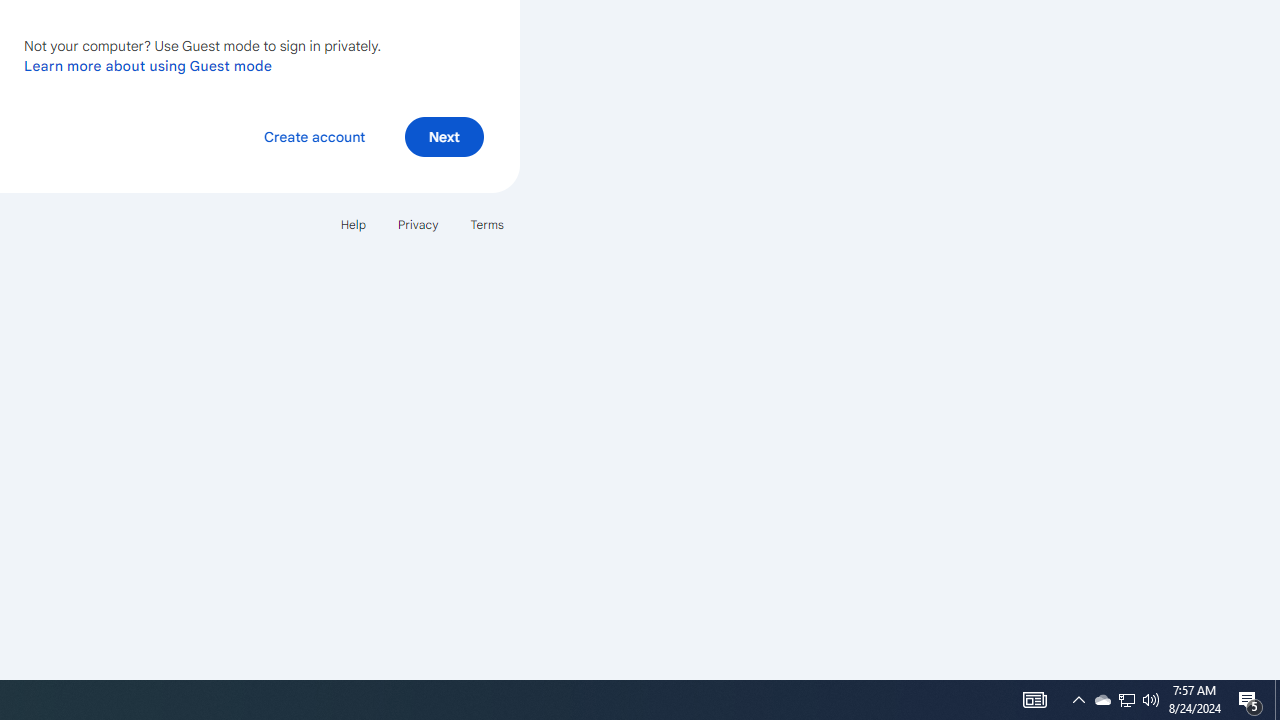  Describe the element at coordinates (416, 224) in the screenshot. I see `'Privacy'` at that location.